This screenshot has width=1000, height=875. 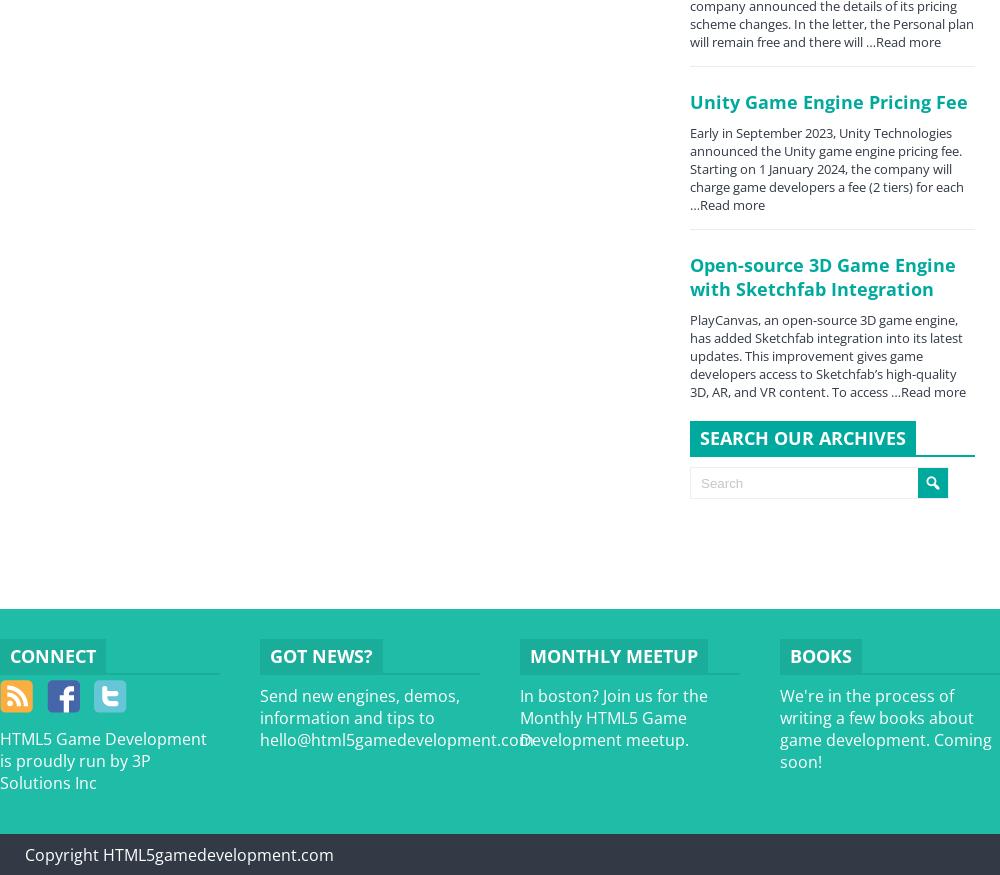 I want to click on 'HTML5 Game Development meetup.', so click(x=603, y=728).